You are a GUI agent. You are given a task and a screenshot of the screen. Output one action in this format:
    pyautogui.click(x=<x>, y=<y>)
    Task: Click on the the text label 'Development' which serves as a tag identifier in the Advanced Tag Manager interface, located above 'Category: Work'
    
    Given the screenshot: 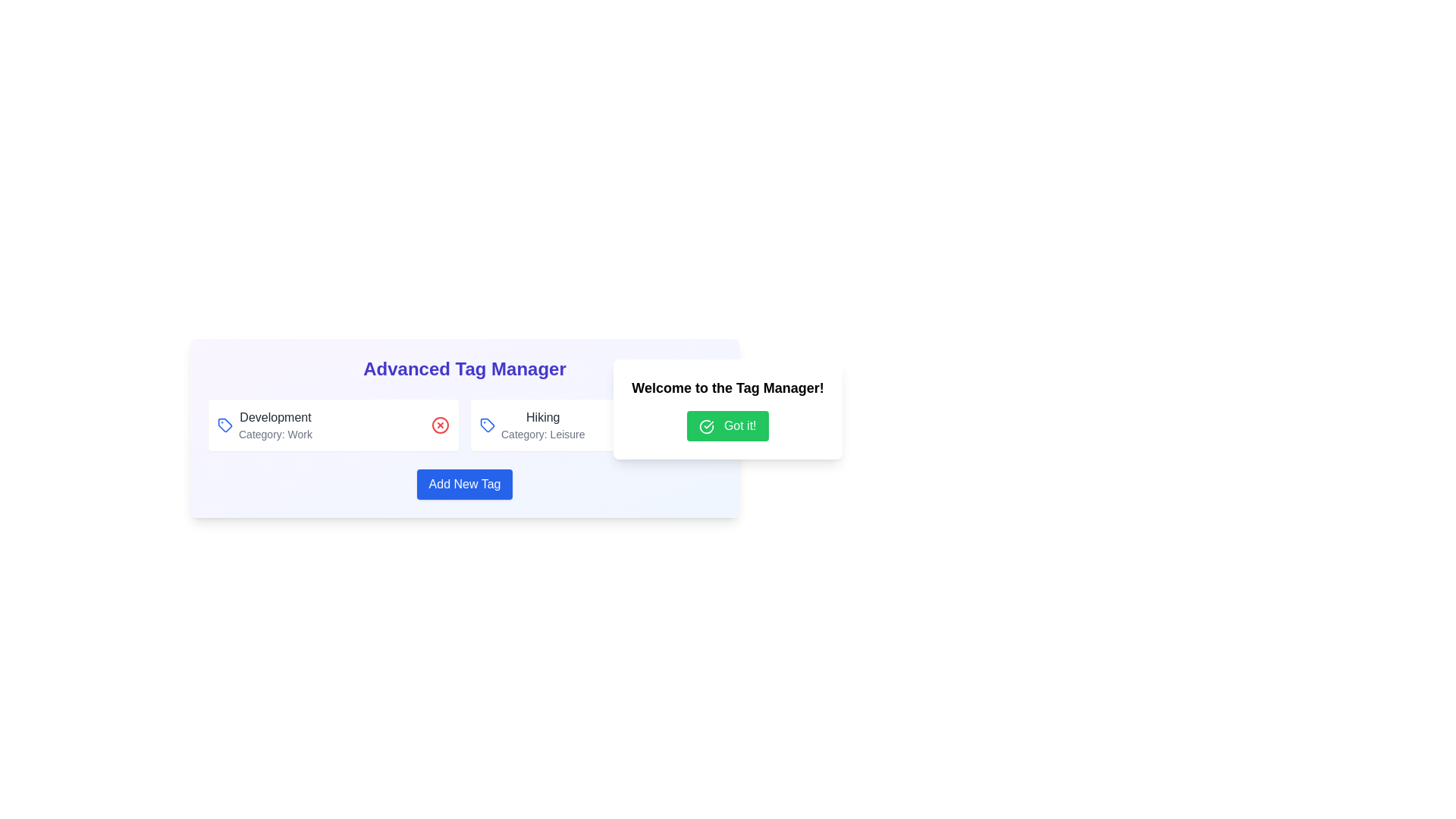 What is the action you would take?
    pyautogui.click(x=275, y=418)
    